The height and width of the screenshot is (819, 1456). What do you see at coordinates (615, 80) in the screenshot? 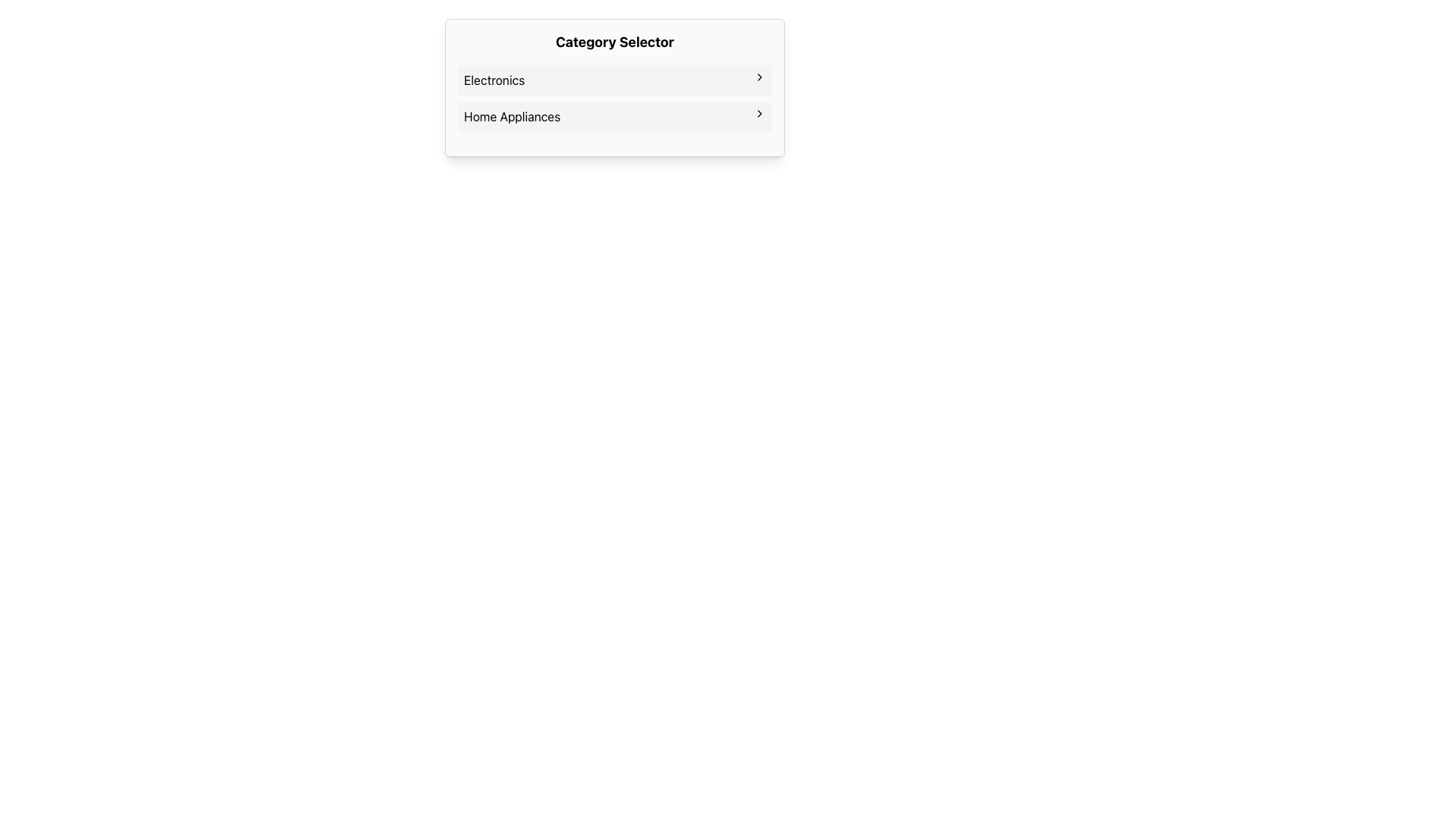
I see `the 'Electronics' menu item in the 'Category Selector'` at bounding box center [615, 80].